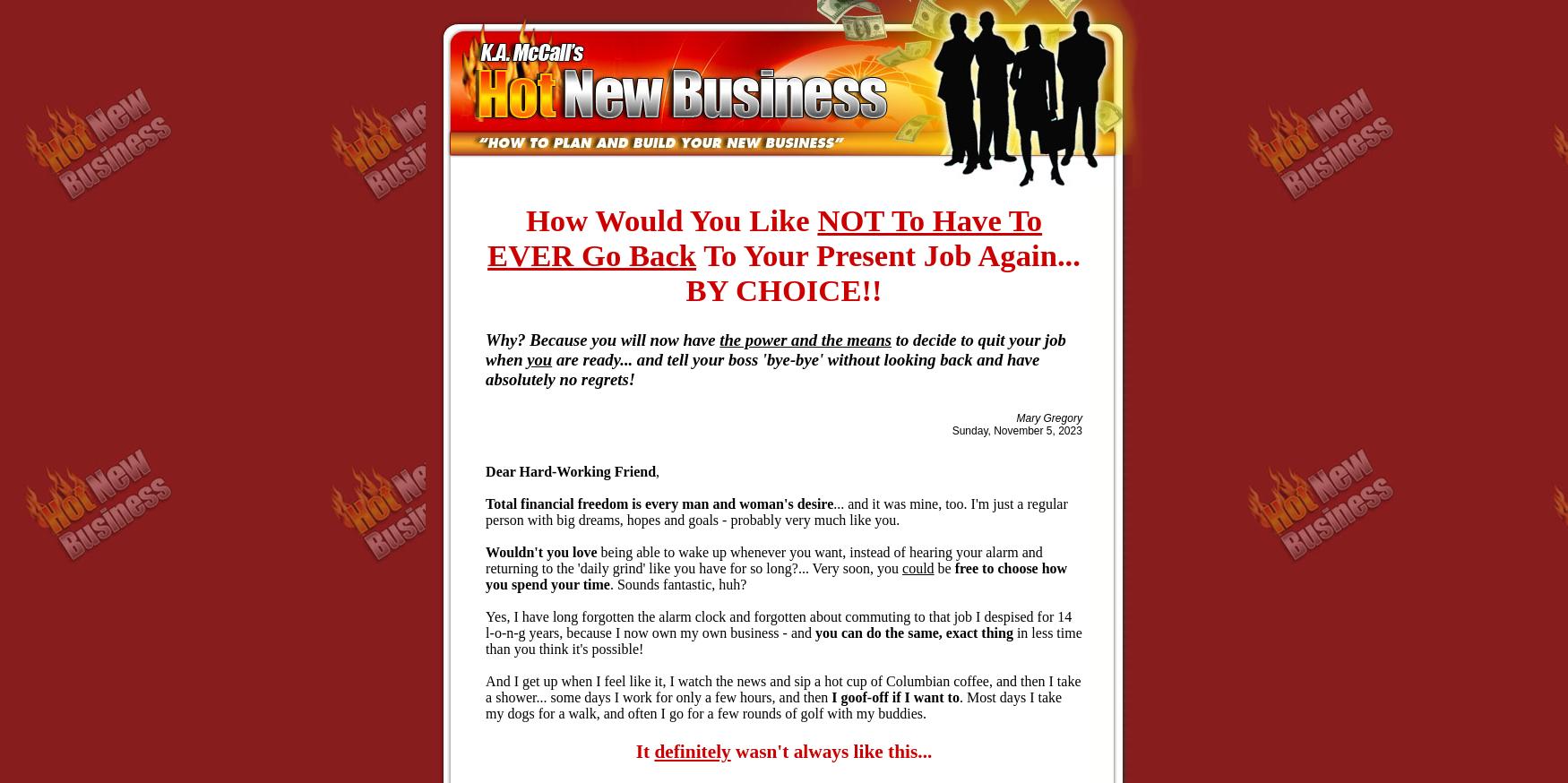 The width and height of the screenshot is (1568, 783). Describe the element at coordinates (782, 687) in the screenshot. I see `'And I get up when I feel like it, I watch the news and sip a hot cup of Columbian coffee, and then I take a shower... some days I work for only a few hours, and then'` at that location.